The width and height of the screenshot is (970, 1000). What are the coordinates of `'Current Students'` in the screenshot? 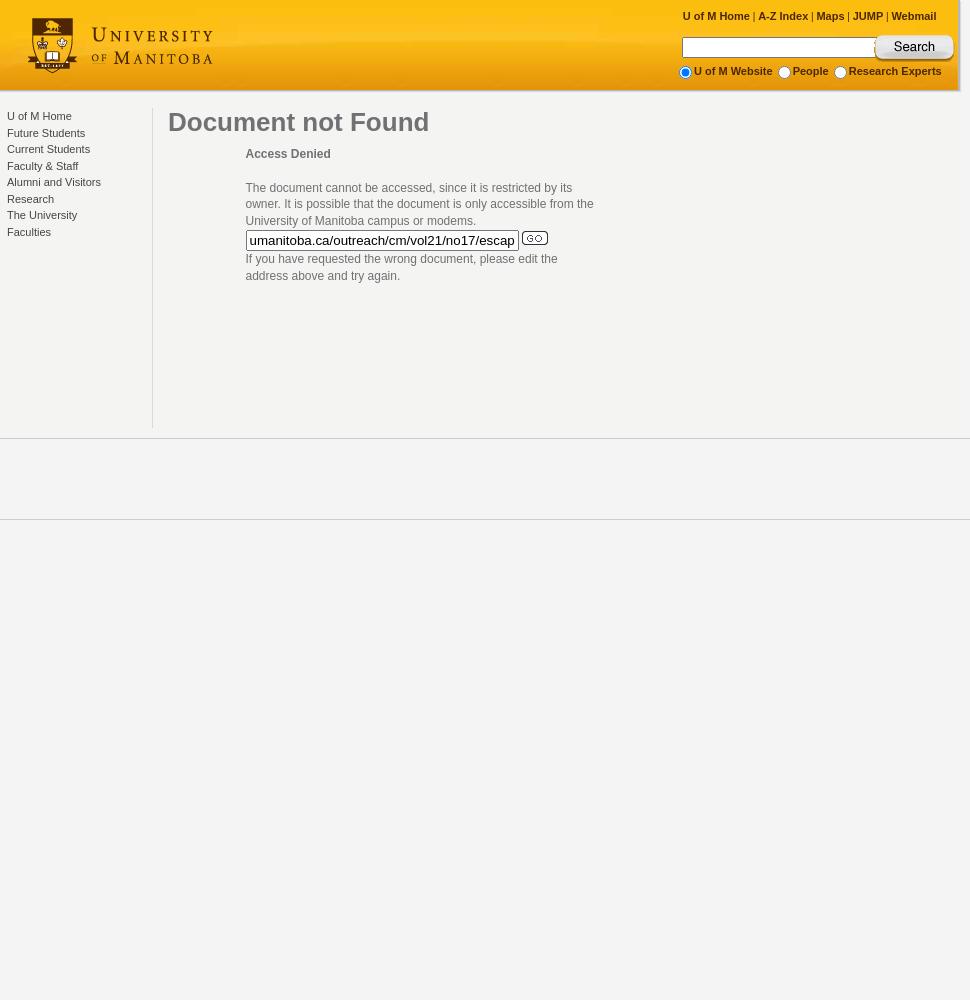 It's located at (48, 149).